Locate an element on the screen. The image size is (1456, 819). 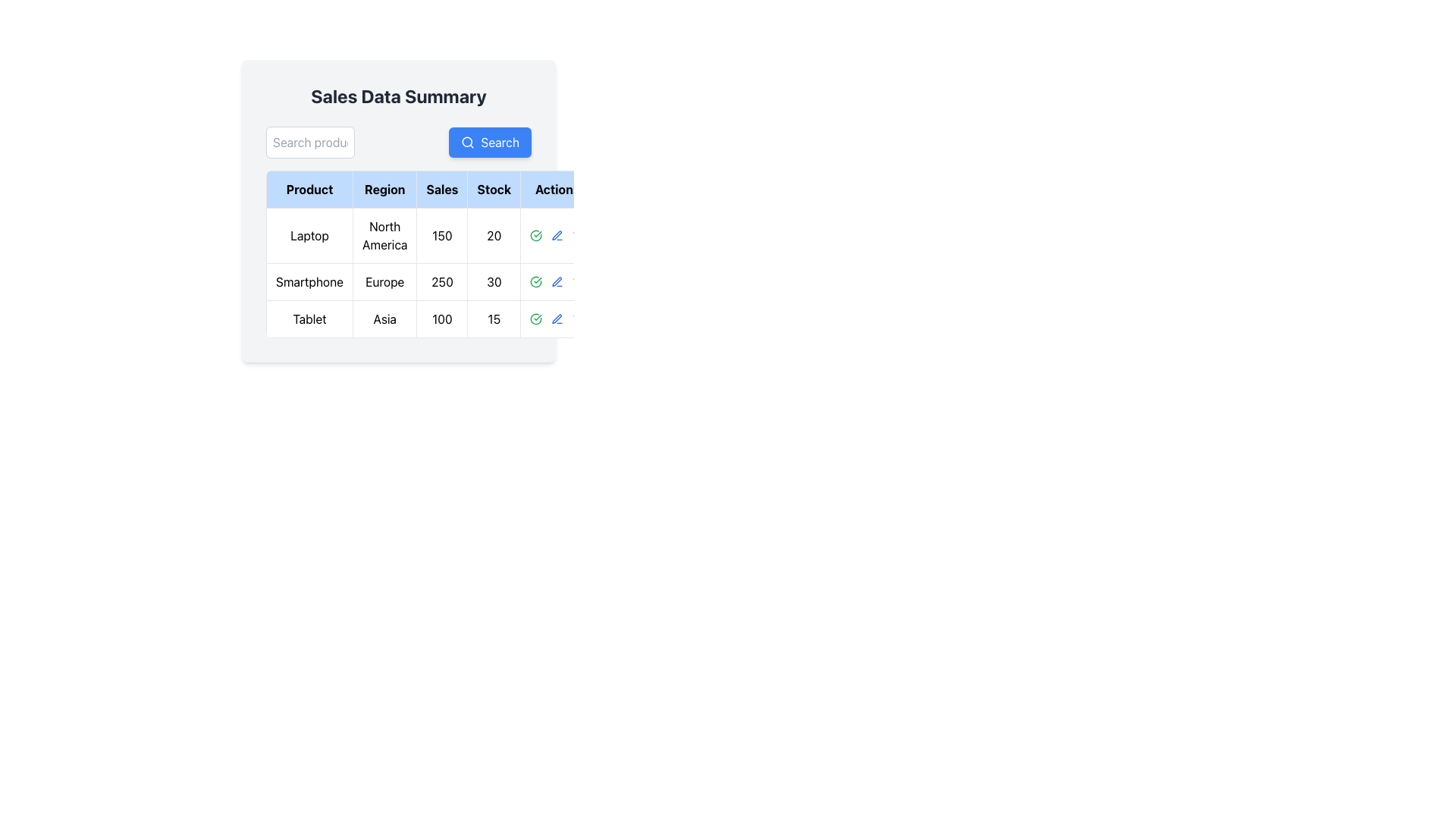
the 'Smartphone' sales data row for the 'Europe' region, located in the second row of the table is located at coordinates (429, 271).